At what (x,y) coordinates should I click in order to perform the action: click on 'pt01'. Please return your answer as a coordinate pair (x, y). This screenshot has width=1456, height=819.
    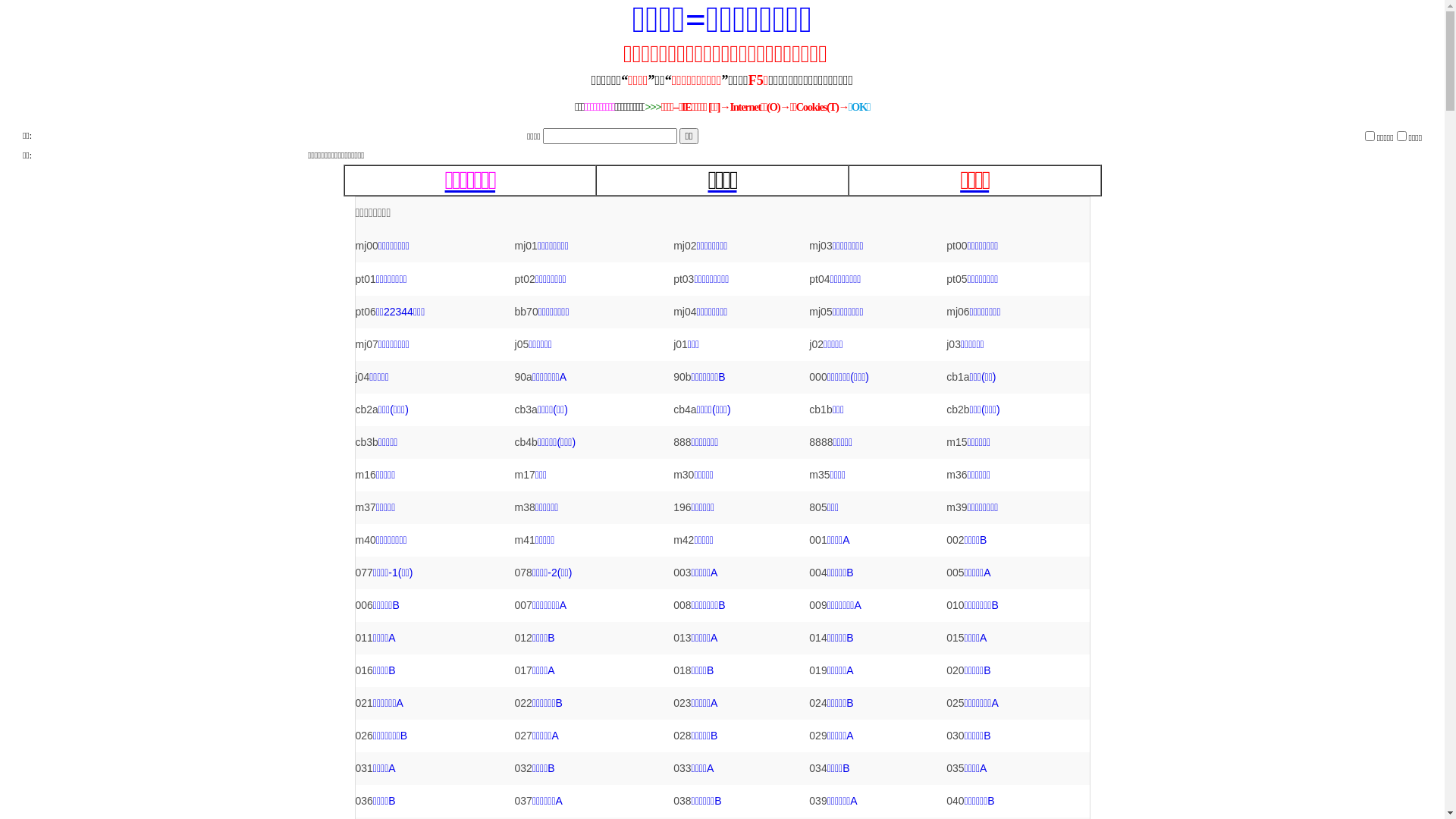
    Looking at the image, I should click on (353, 278).